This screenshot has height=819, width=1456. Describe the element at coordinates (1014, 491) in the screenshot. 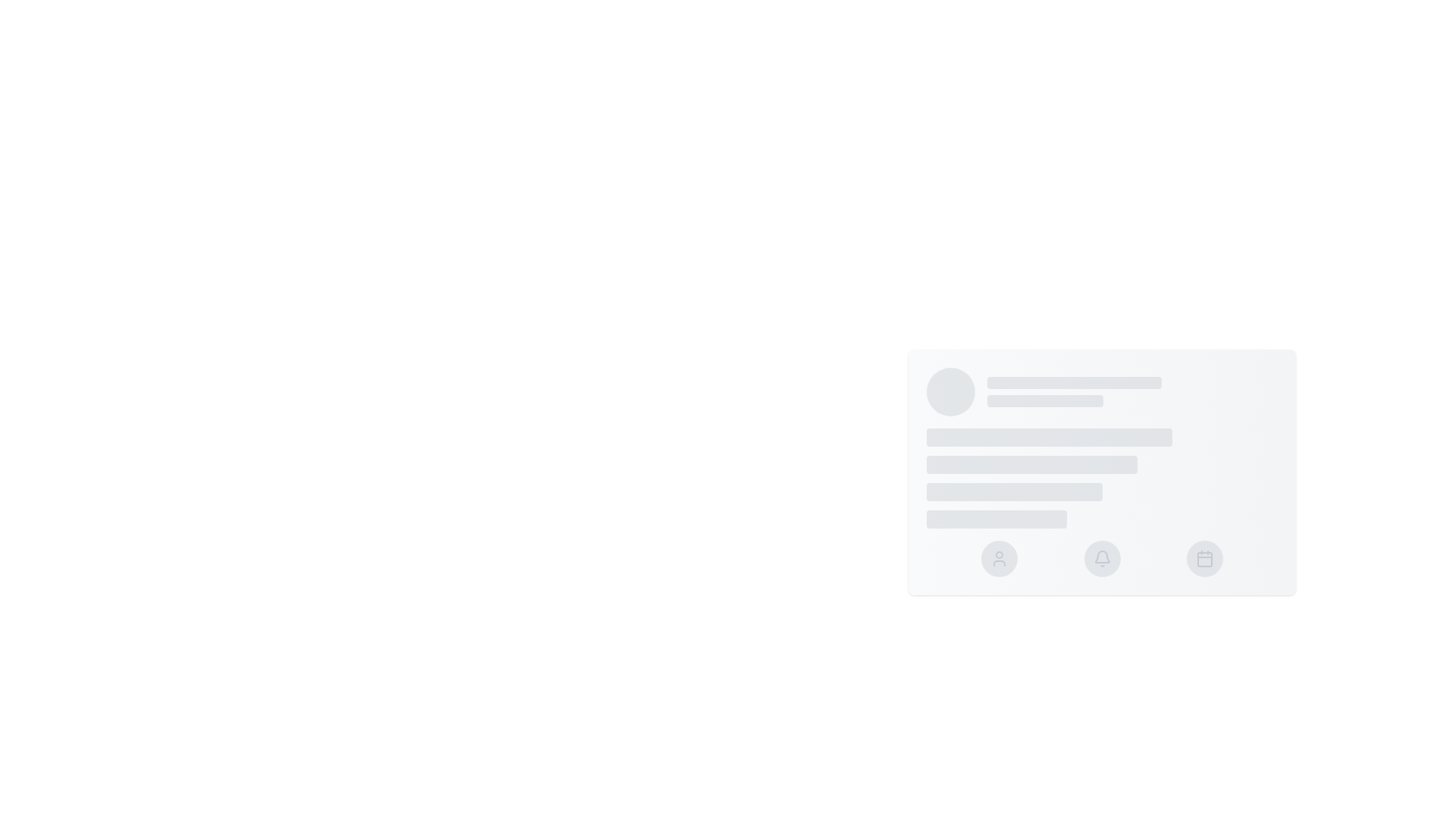

I see `the Loading placeholder (animated bar), which is a horizontally elongated bar with rounded ends located in the lower half of the card-like interface` at that location.